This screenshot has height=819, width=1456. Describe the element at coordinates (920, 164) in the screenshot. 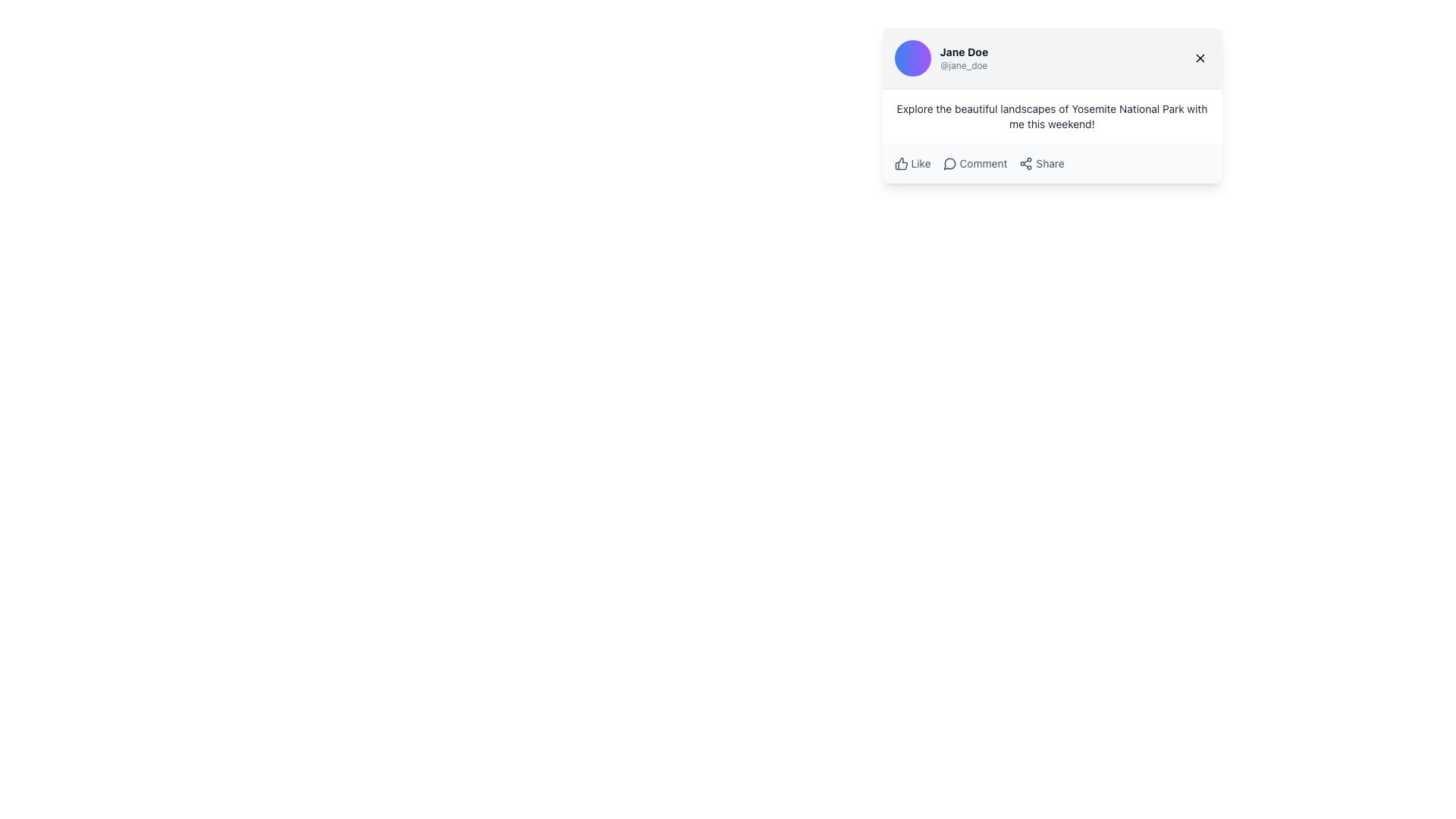

I see `the Text Label that indicates the thumbs-up icon, which provides a textual representation for liking a post` at that location.